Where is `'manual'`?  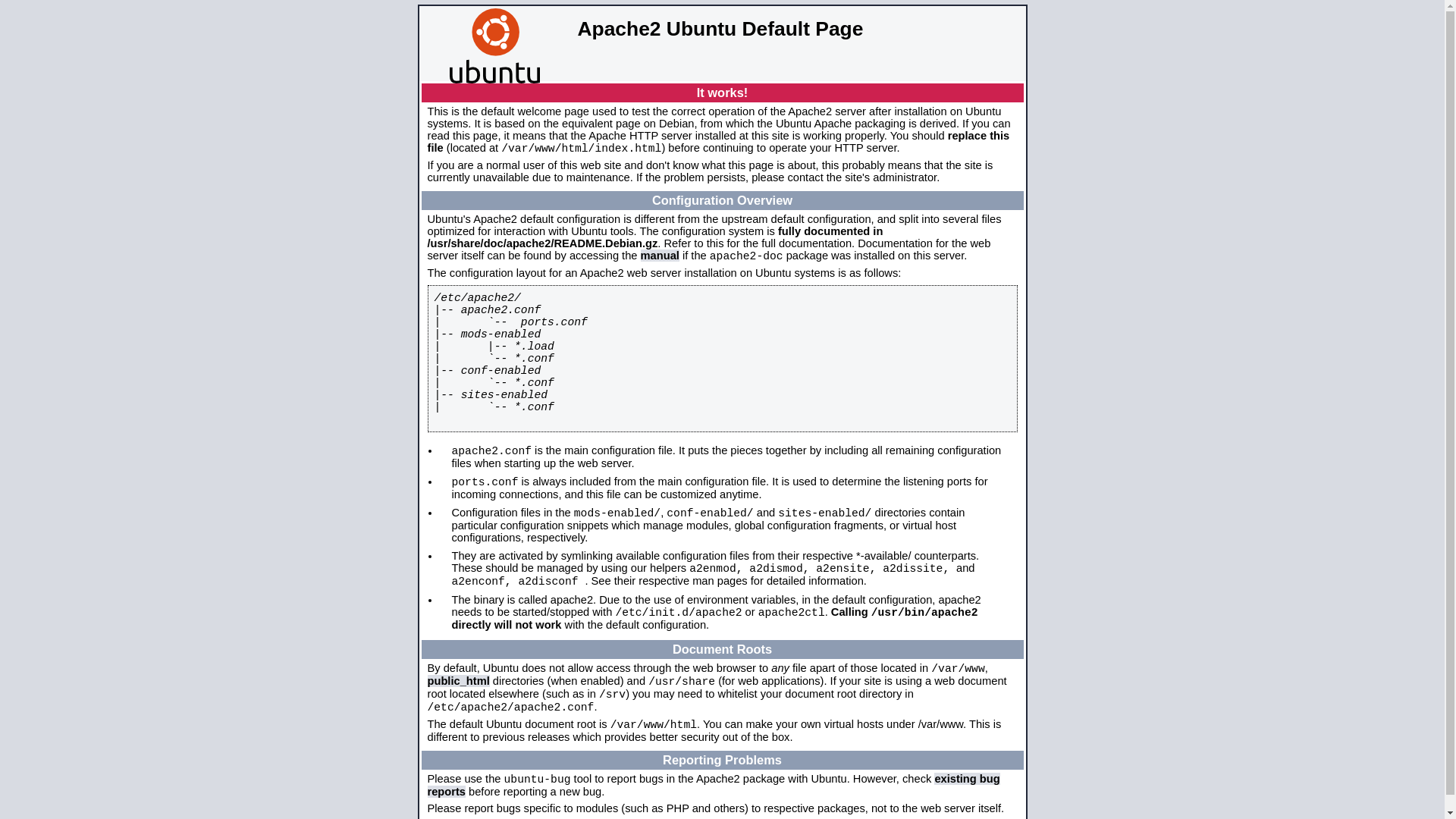
'manual' is located at coordinates (660, 254).